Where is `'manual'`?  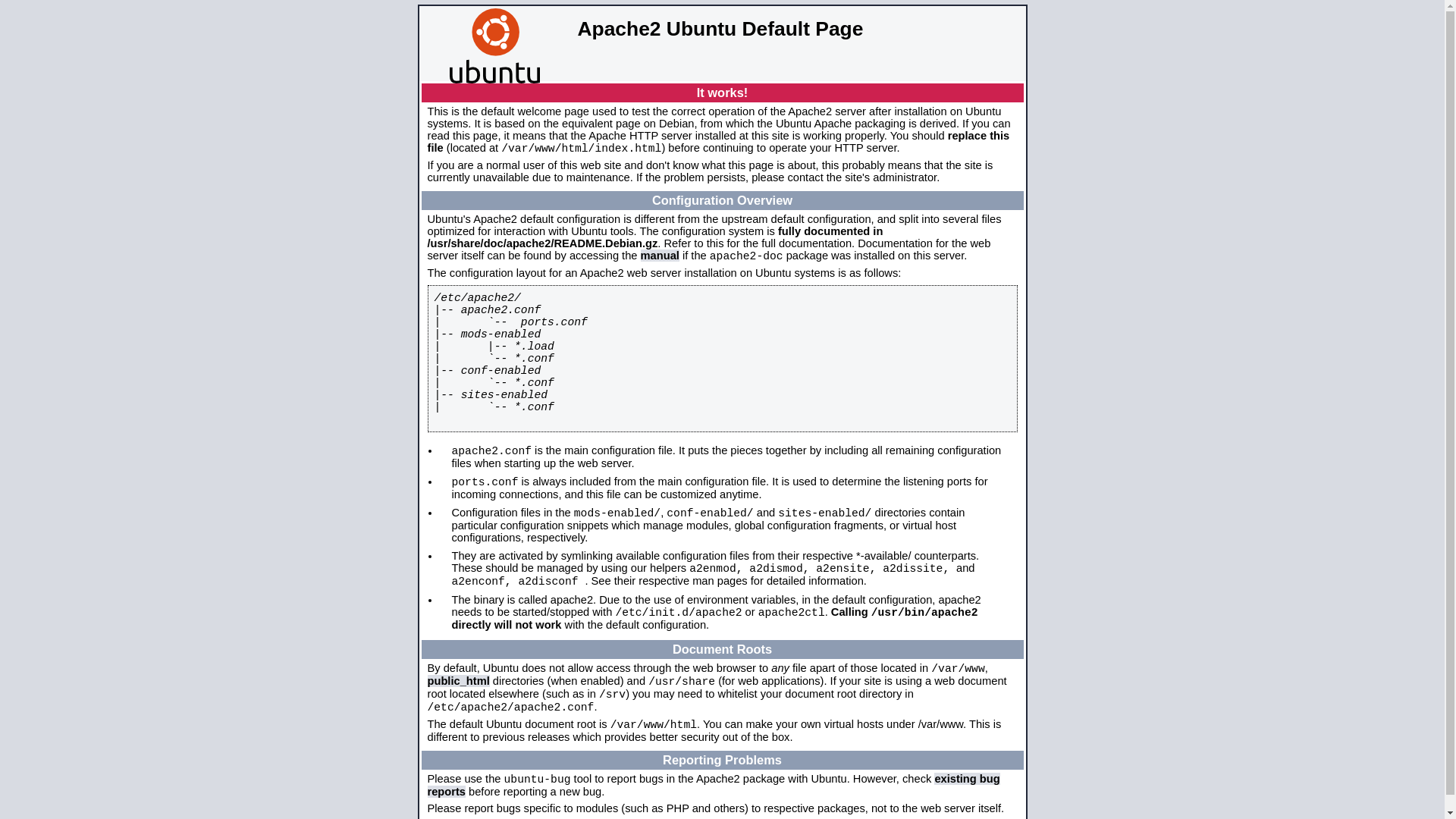
'manual' is located at coordinates (660, 254).